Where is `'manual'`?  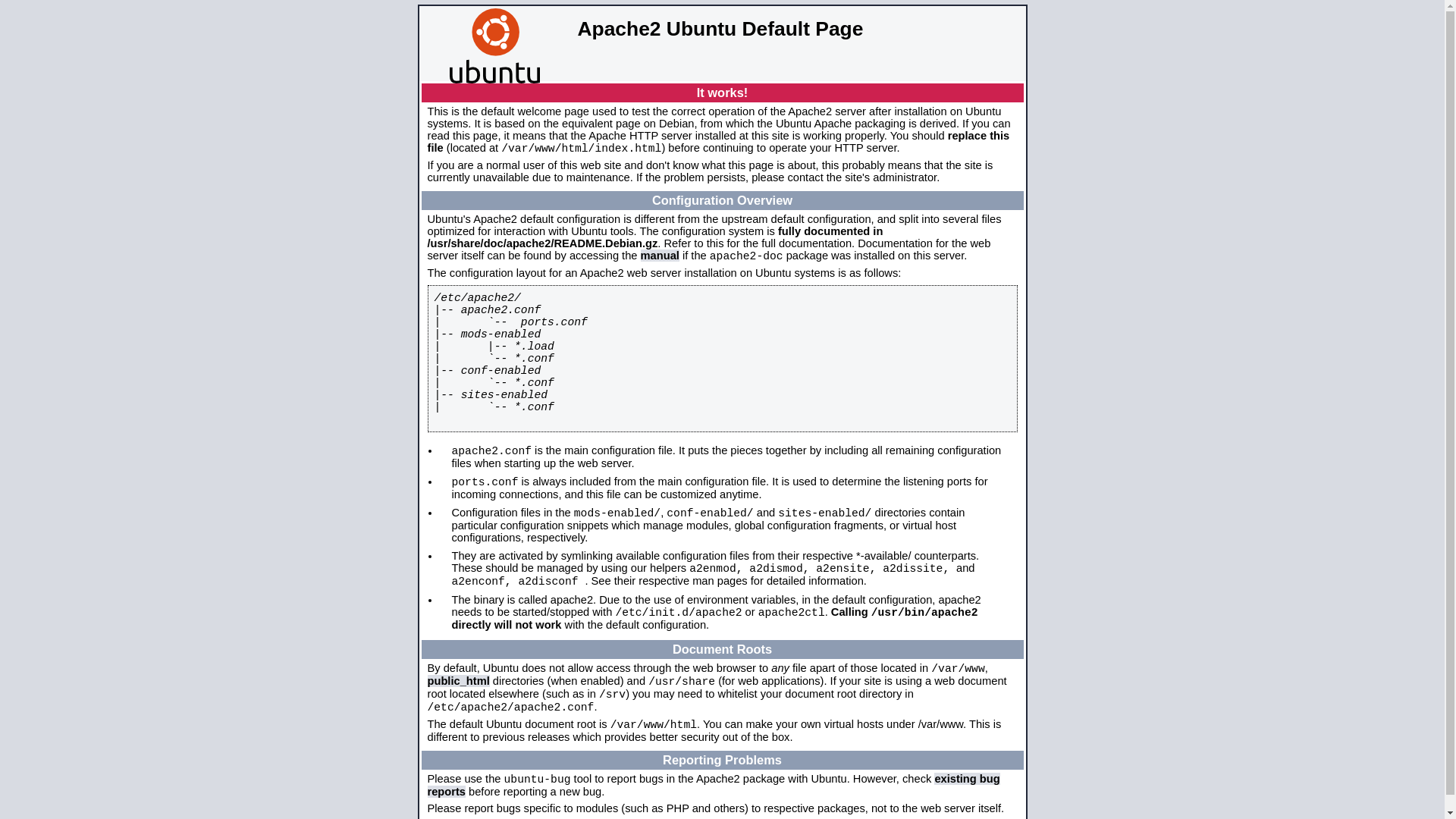
'manual' is located at coordinates (660, 254).